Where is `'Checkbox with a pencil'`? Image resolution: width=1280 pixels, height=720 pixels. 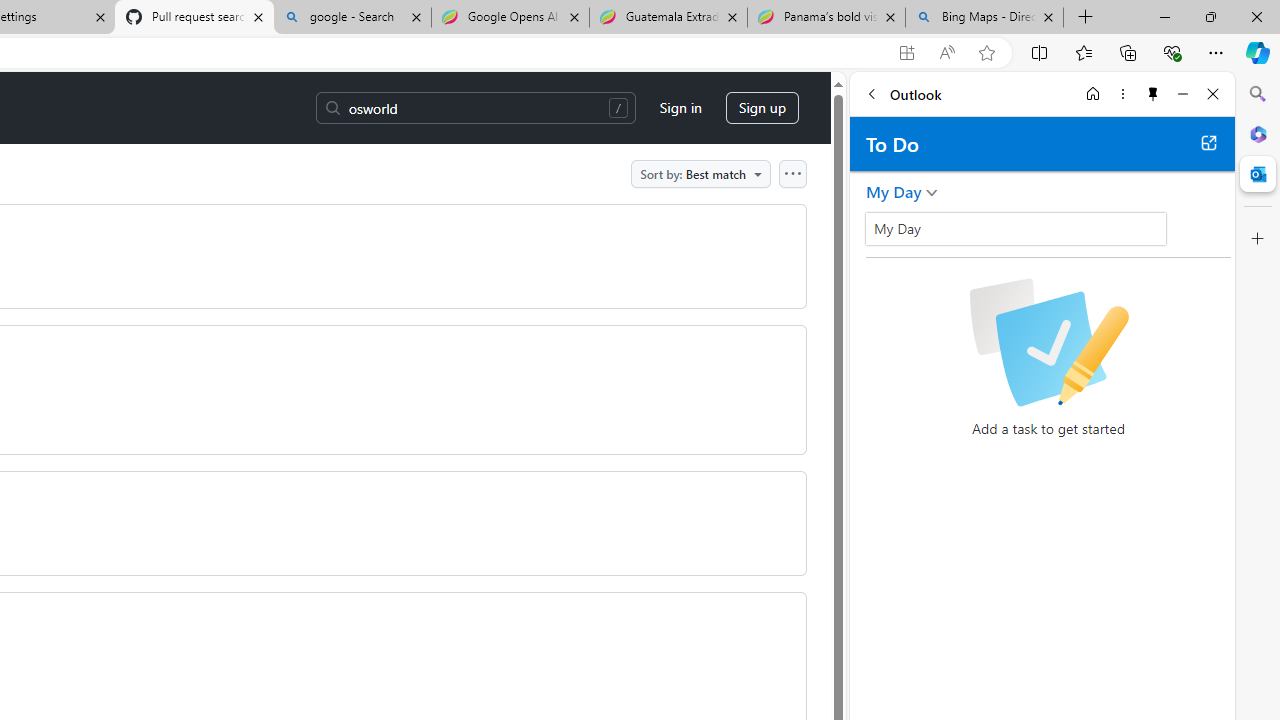 'Checkbox with a pencil' is located at coordinates (1047, 342).